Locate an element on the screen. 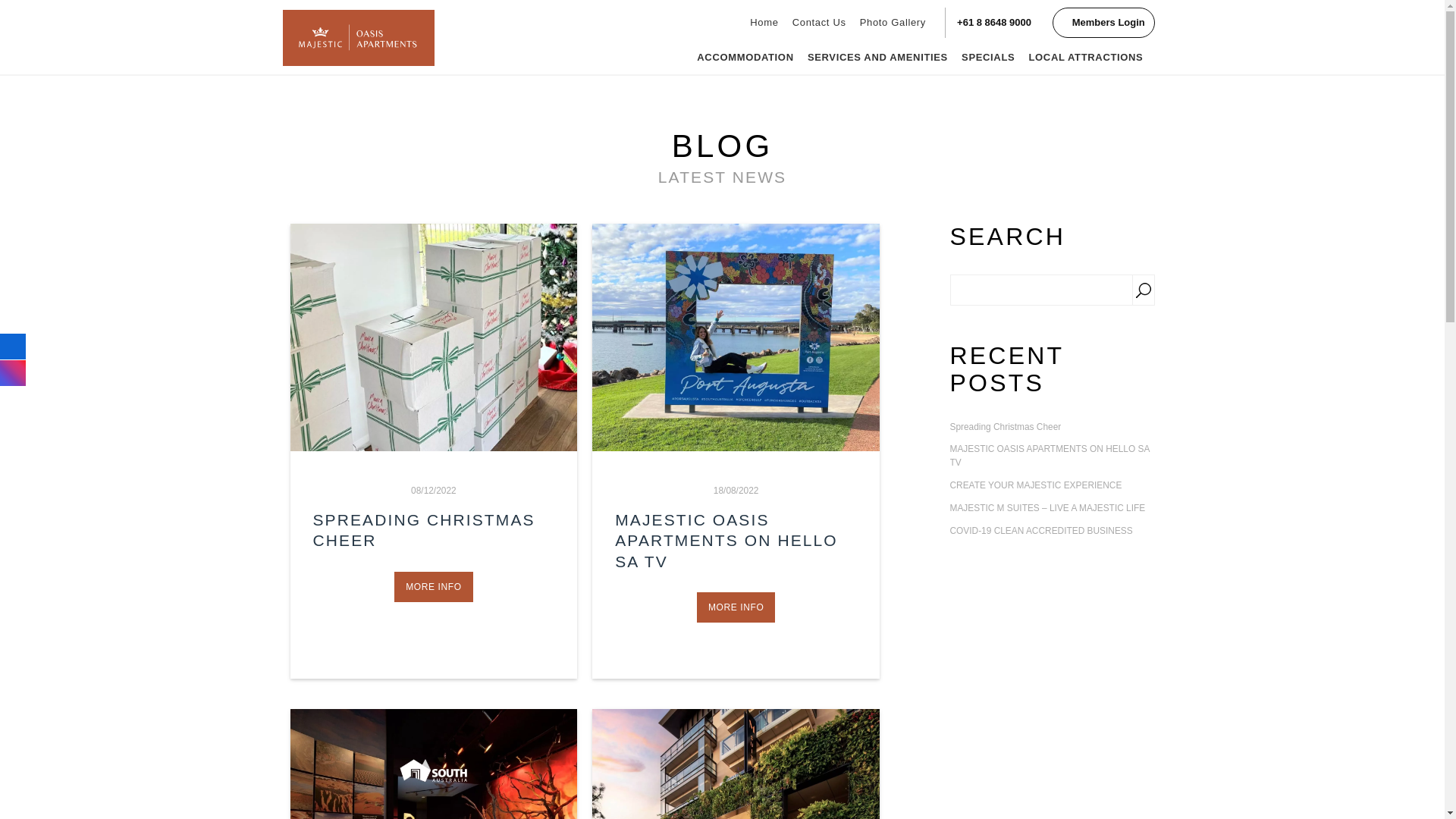 Image resolution: width=1456 pixels, height=819 pixels. 'SPECIALS' is located at coordinates (987, 57).